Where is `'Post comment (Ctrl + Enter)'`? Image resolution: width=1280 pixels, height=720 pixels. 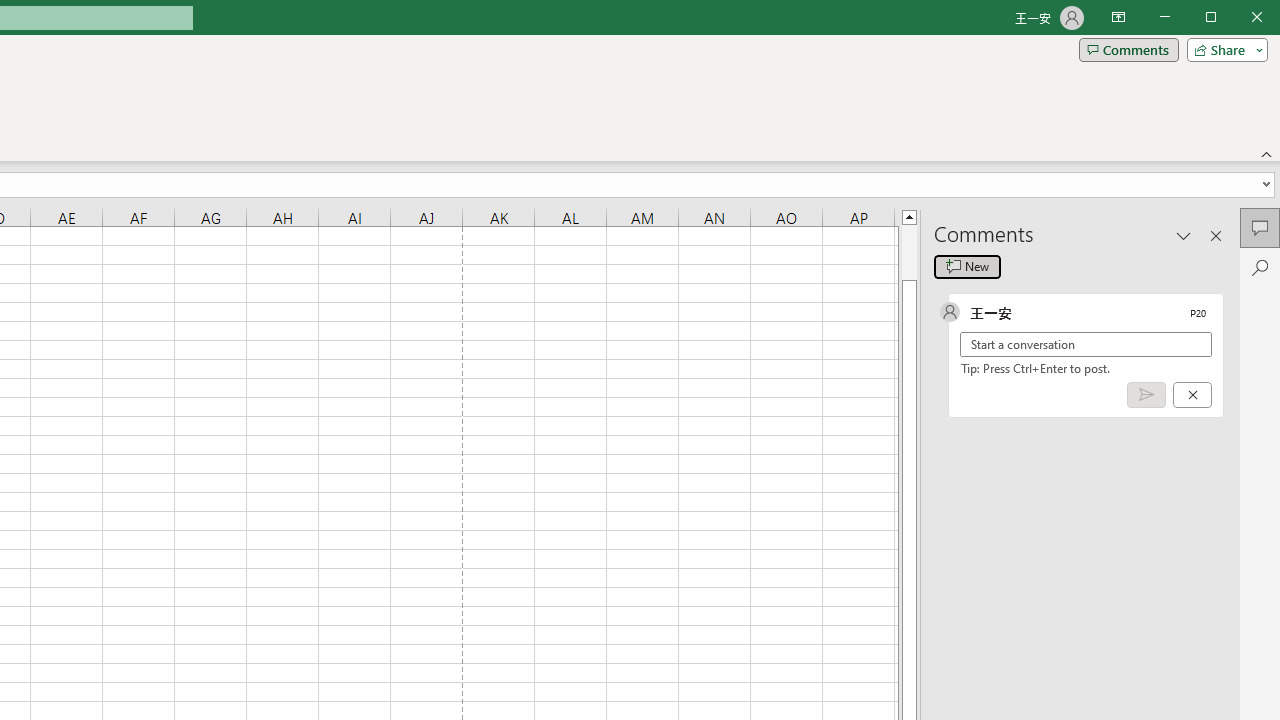
'Post comment (Ctrl + Enter)' is located at coordinates (1146, 395).